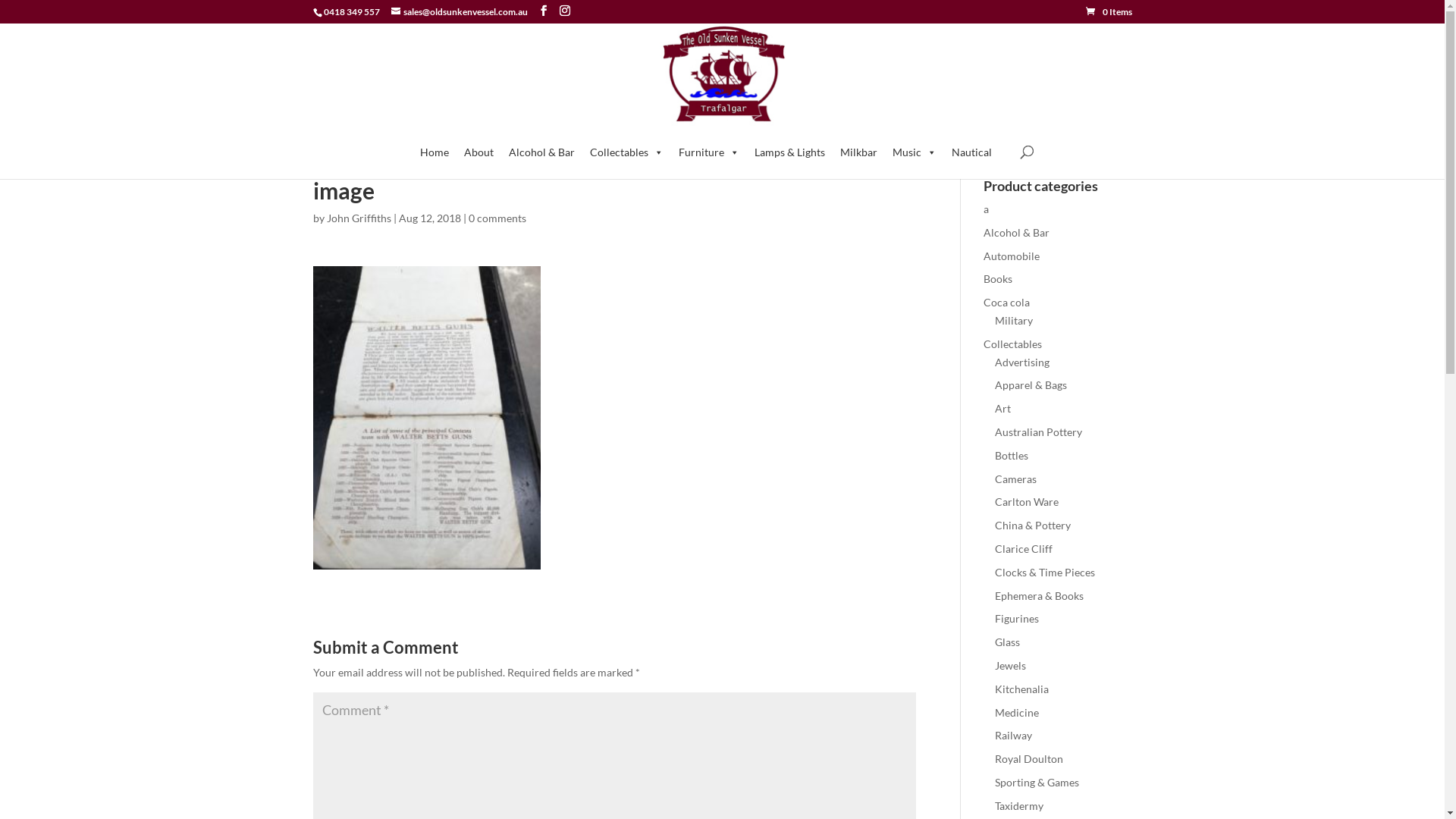 The height and width of the screenshot is (819, 1456). Describe the element at coordinates (994, 454) in the screenshot. I see `'Bottles'` at that location.